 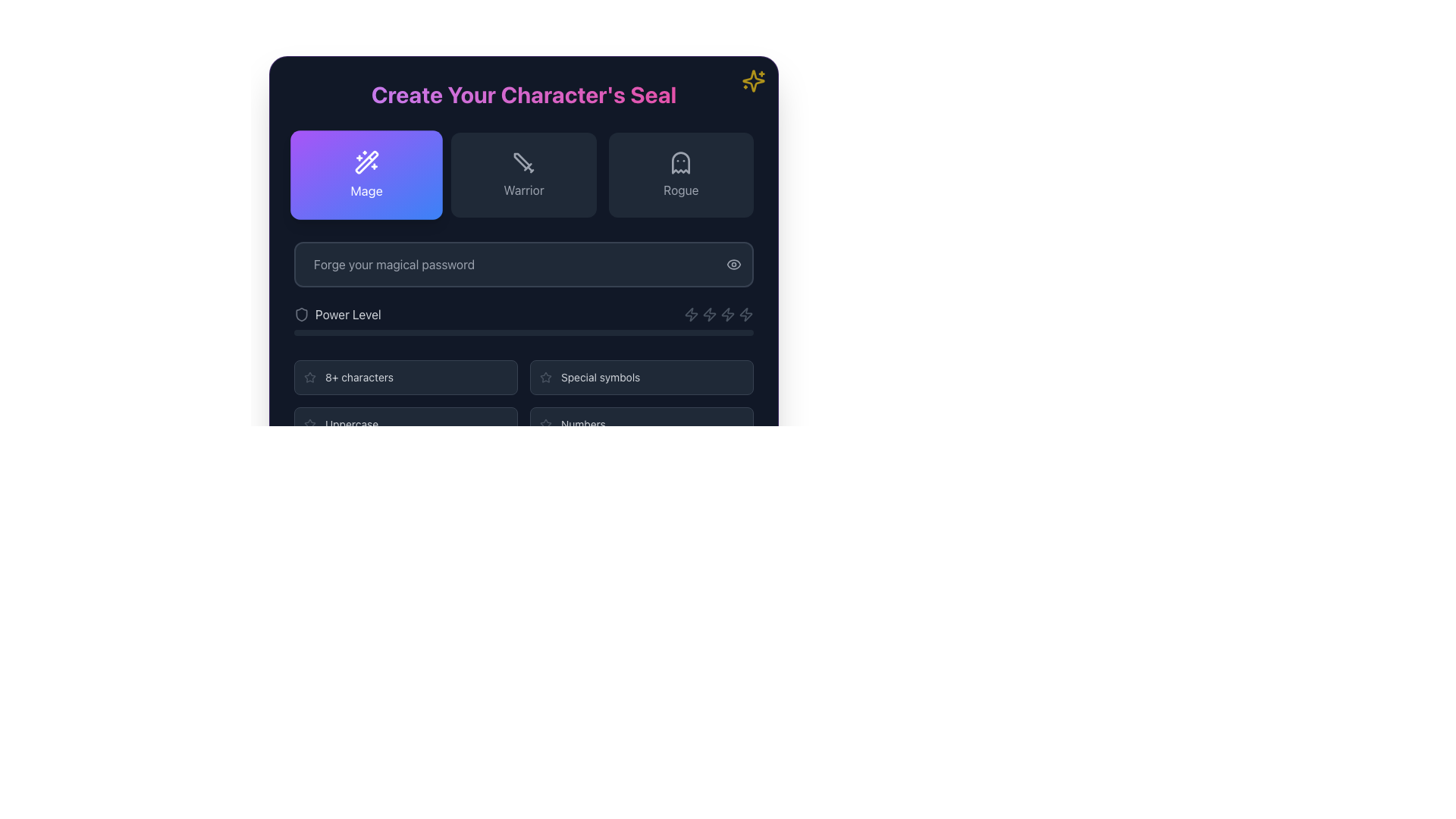 I want to click on the graphical decoration or glyph within the sword-shaped icon representing the 'Warrior' button for interaction effects, so click(x=522, y=161).